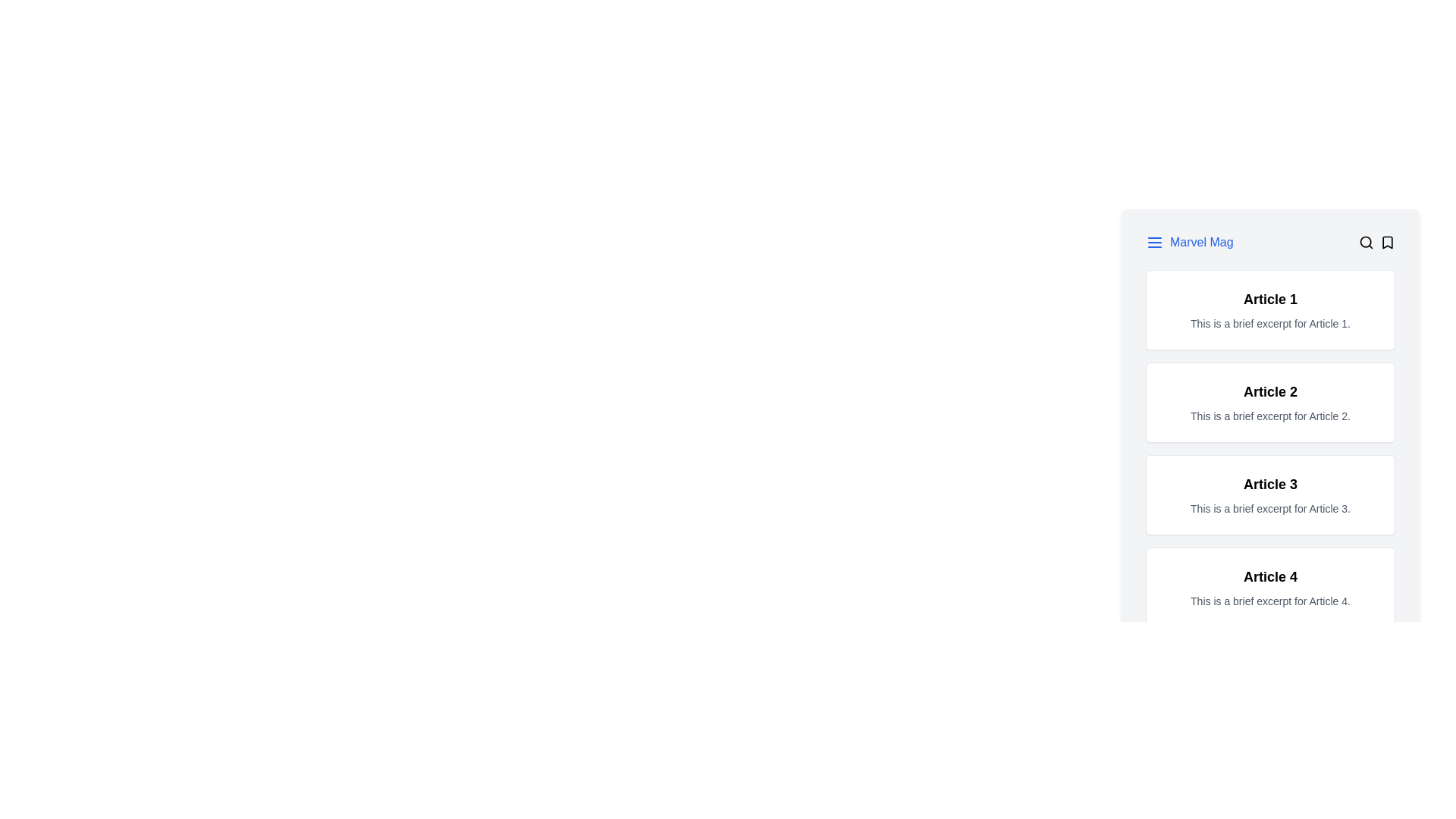 This screenshot has width=1456, height=819. I want to click on bold title text 'Article 1' which is prominently displayed at the top of the card section, centered horizontally and styled with a larger font size, so click(1270, 299).